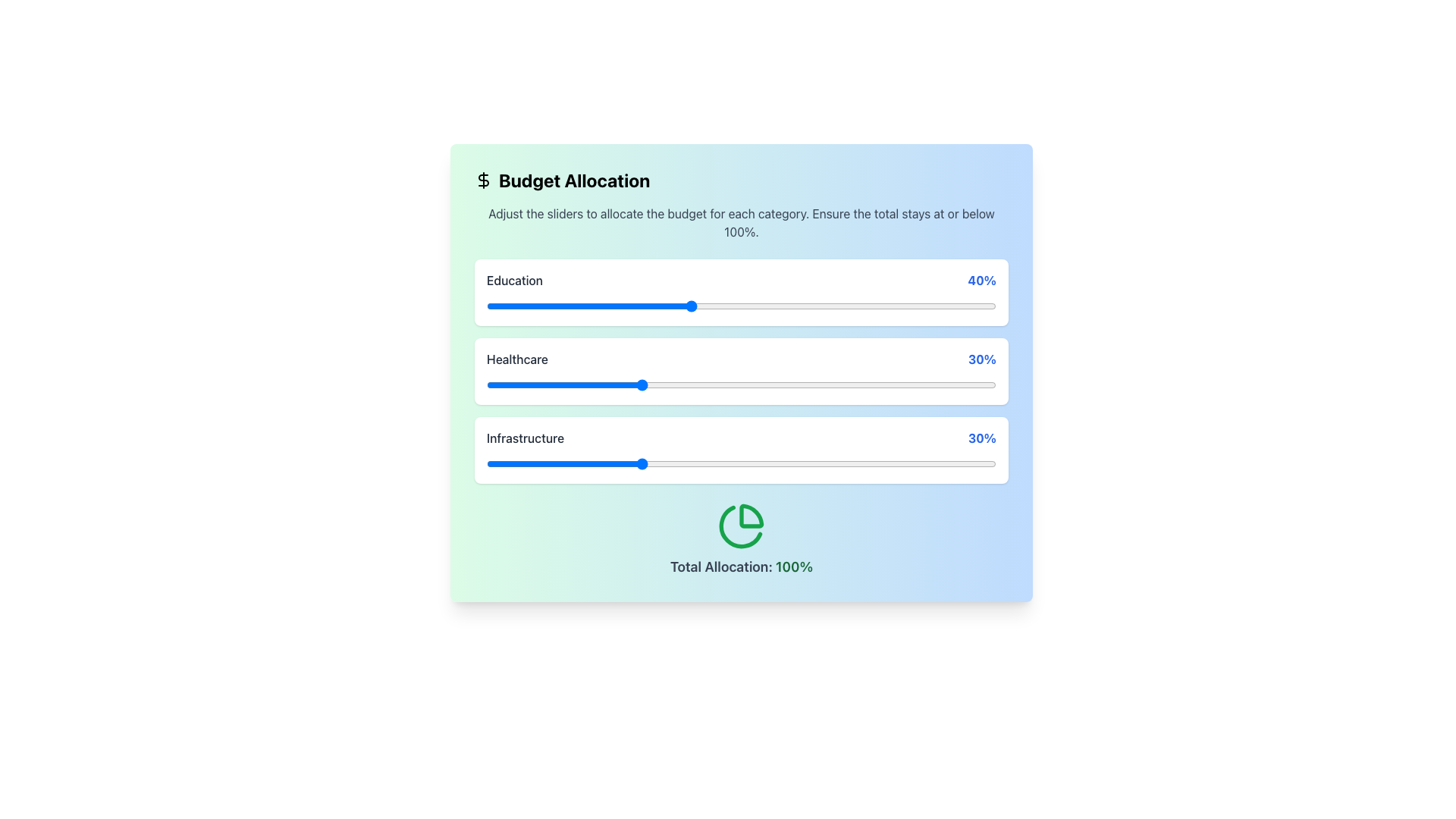  What do you see at coordinates (614, 384) in the screenshot?
I see `healthcare budget allocation` at bounding box center [614, 384].